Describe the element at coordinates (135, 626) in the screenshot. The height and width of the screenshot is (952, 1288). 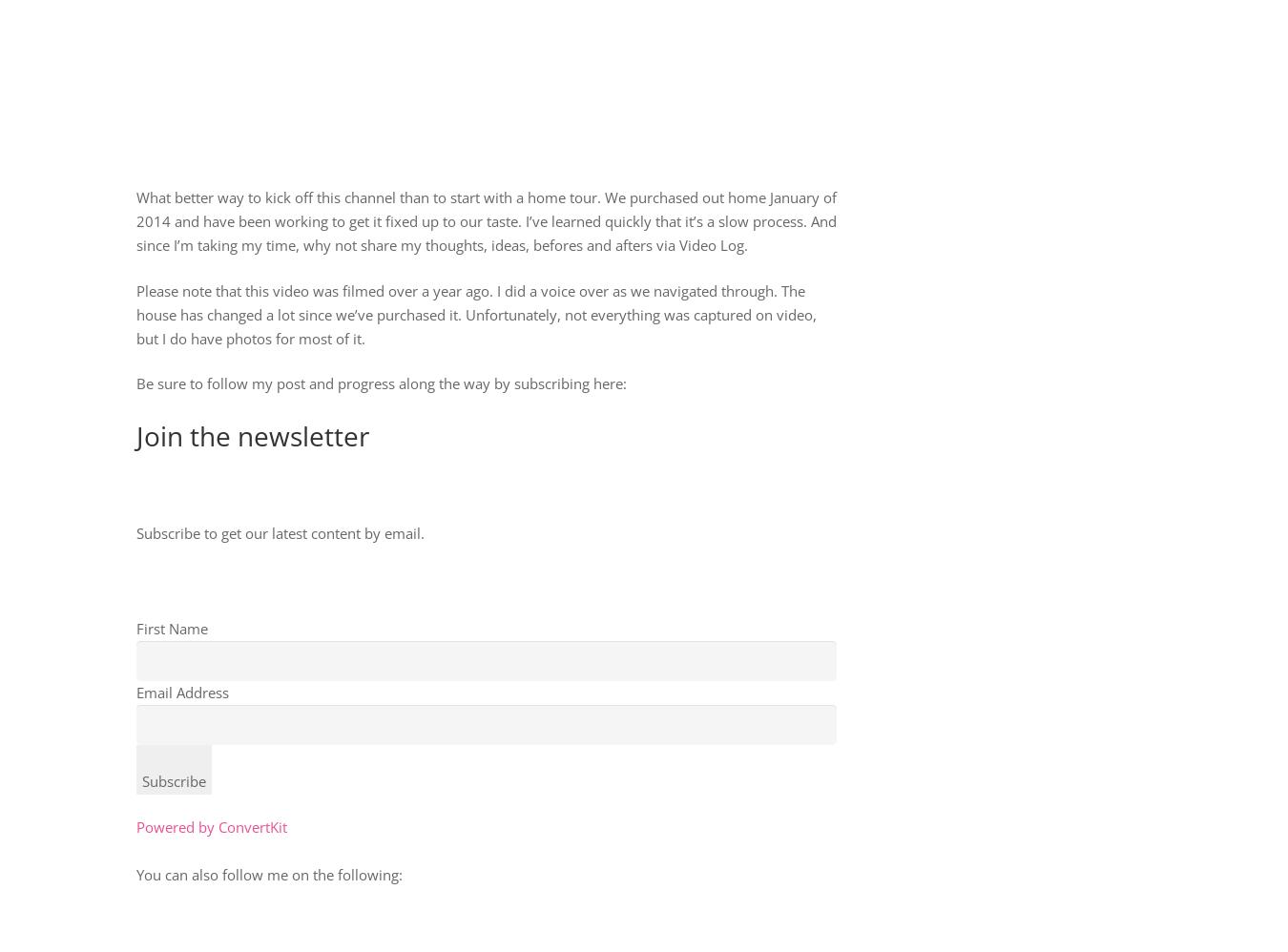
I see `'First Name'` at that location.